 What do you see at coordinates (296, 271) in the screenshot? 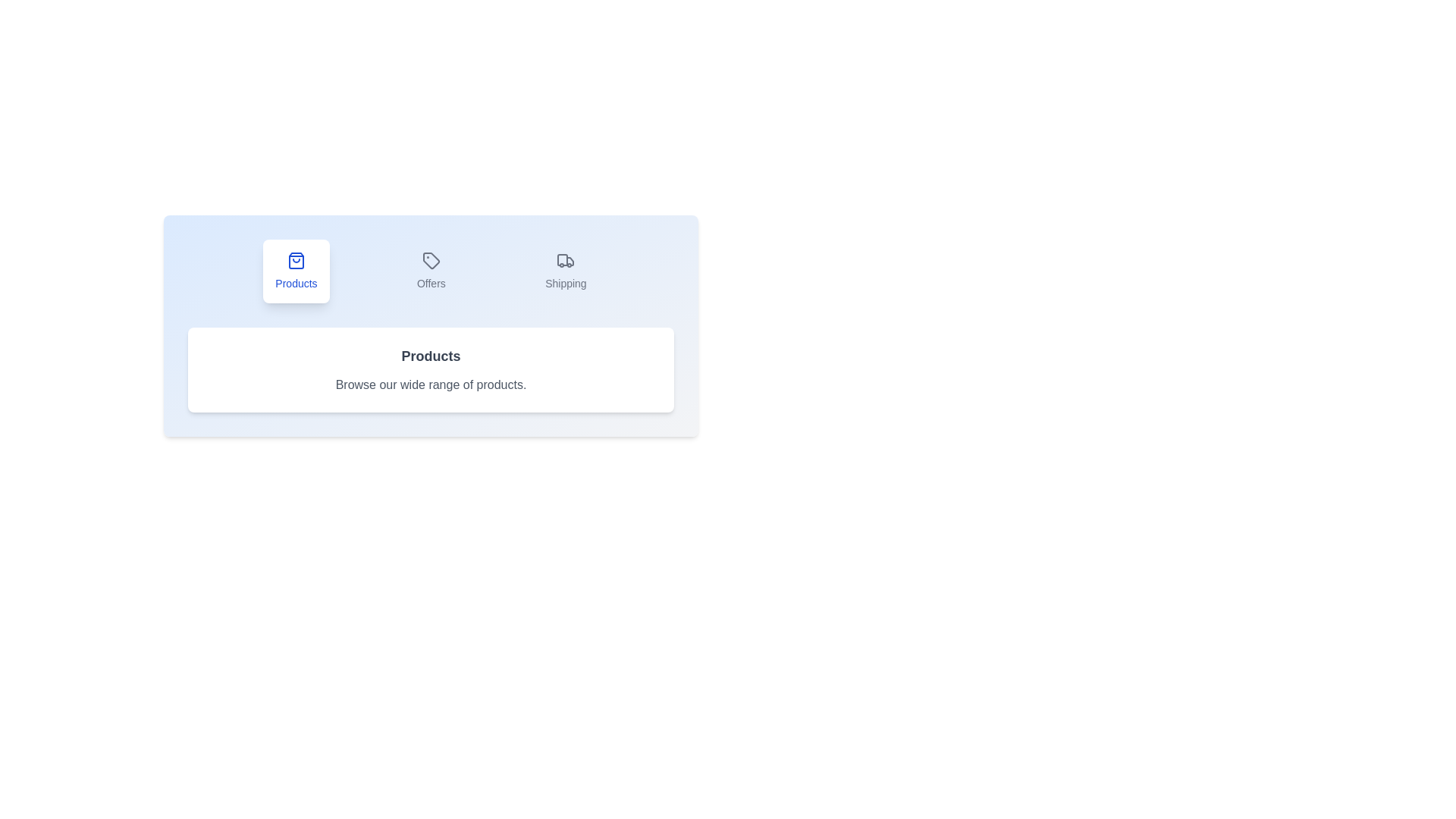
I see `the tab labeled Products to observe the hover effect` at bounding box center [296, 271].